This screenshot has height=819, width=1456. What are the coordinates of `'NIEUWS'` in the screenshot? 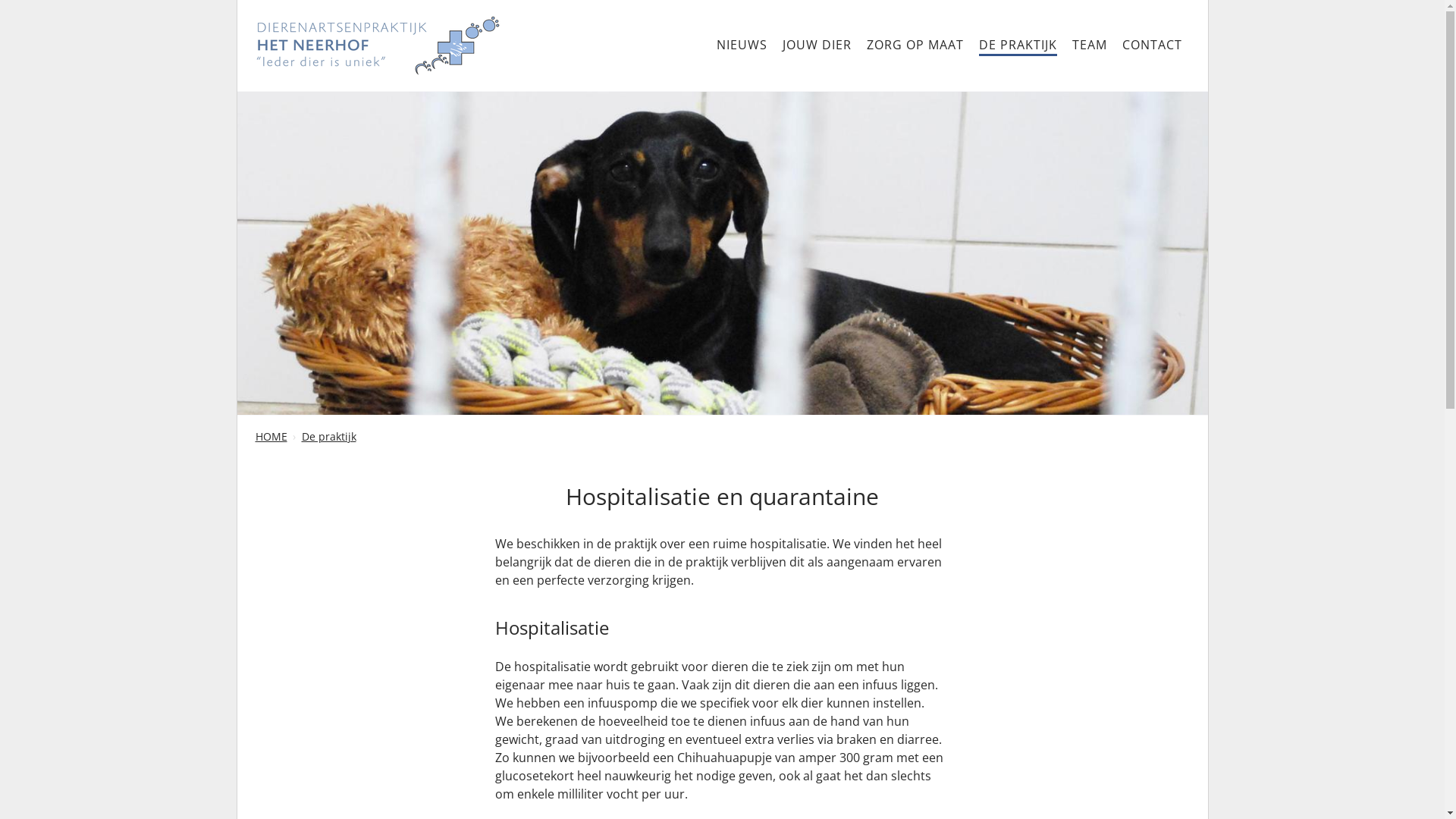 It's located at (741, 44).